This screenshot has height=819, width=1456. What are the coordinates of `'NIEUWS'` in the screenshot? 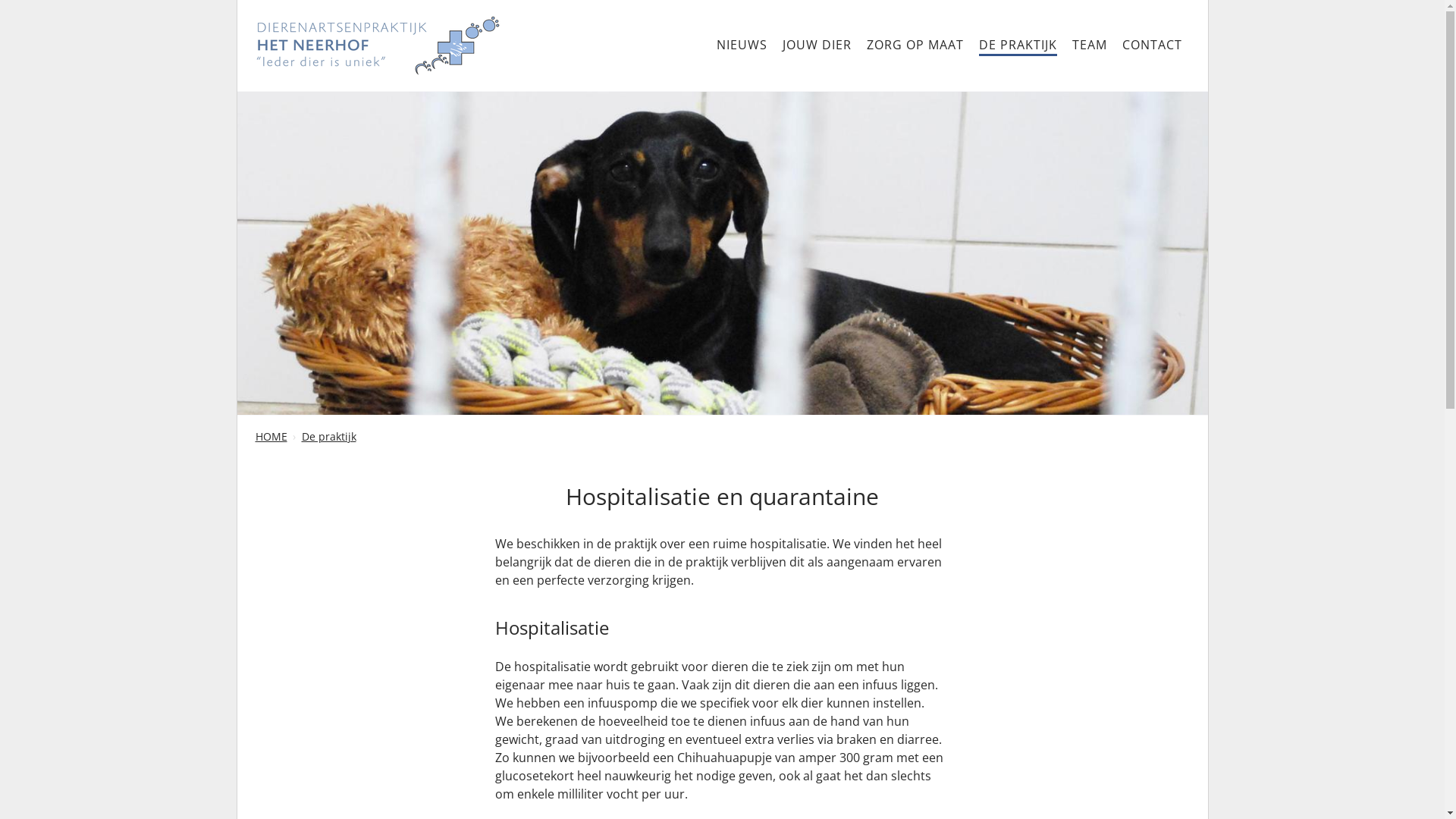 It's located at (741, 44).